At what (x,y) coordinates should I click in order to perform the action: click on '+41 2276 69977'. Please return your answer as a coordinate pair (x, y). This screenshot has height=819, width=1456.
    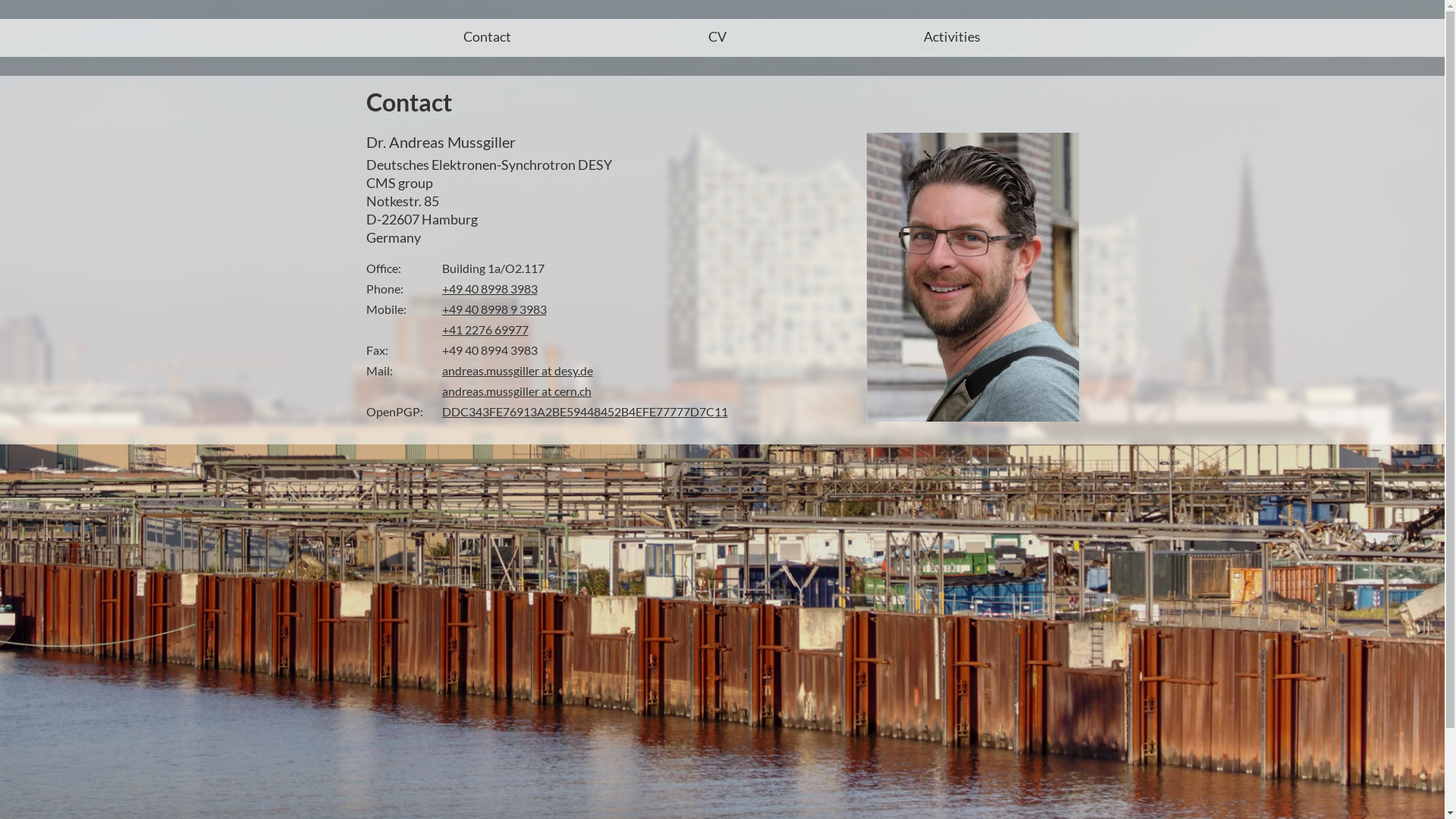
    Looking at the image, I should click on (483, 328).